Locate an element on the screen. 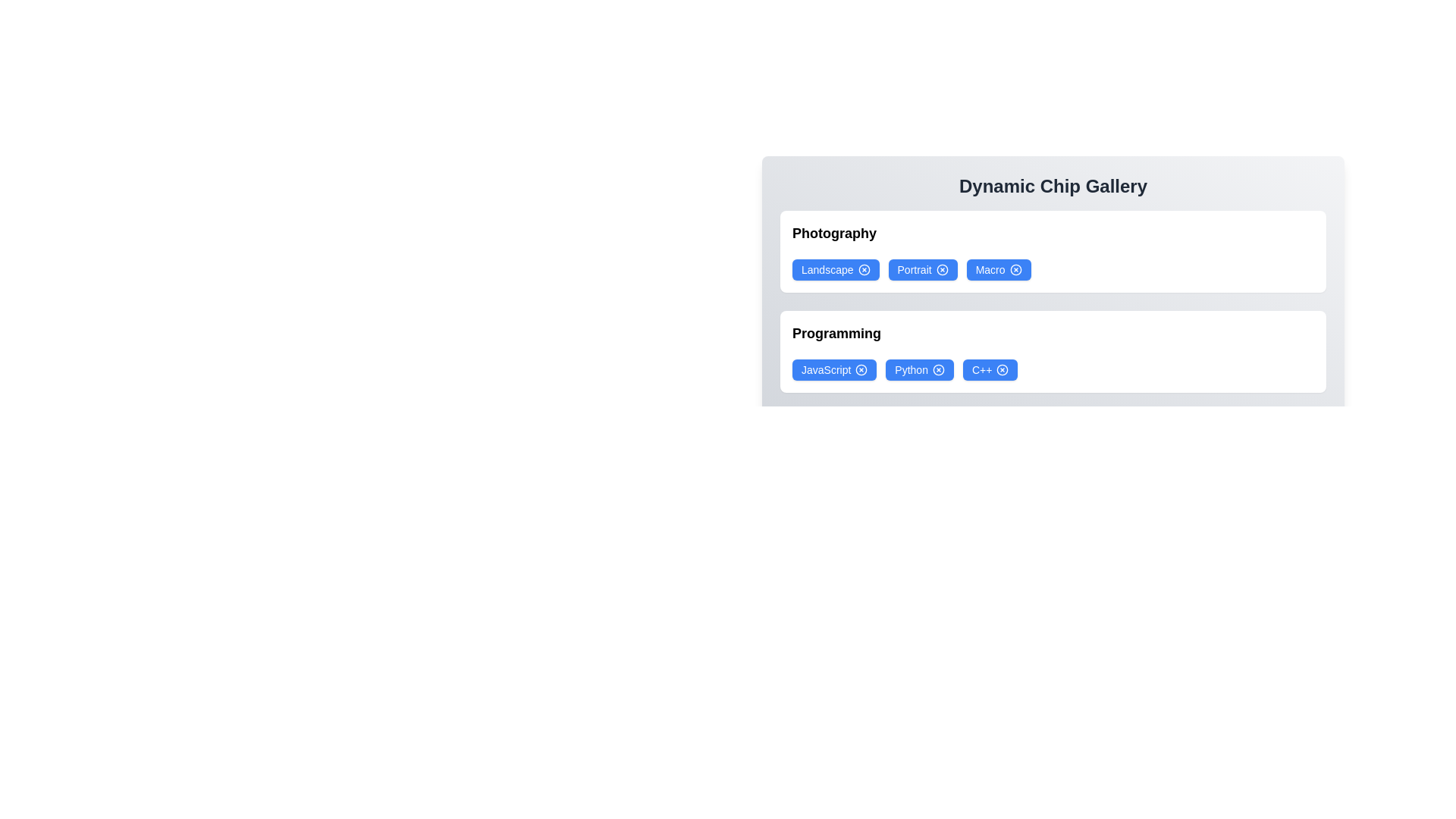  the chip labeled Macro to select it is located at coordinates (998, 268).